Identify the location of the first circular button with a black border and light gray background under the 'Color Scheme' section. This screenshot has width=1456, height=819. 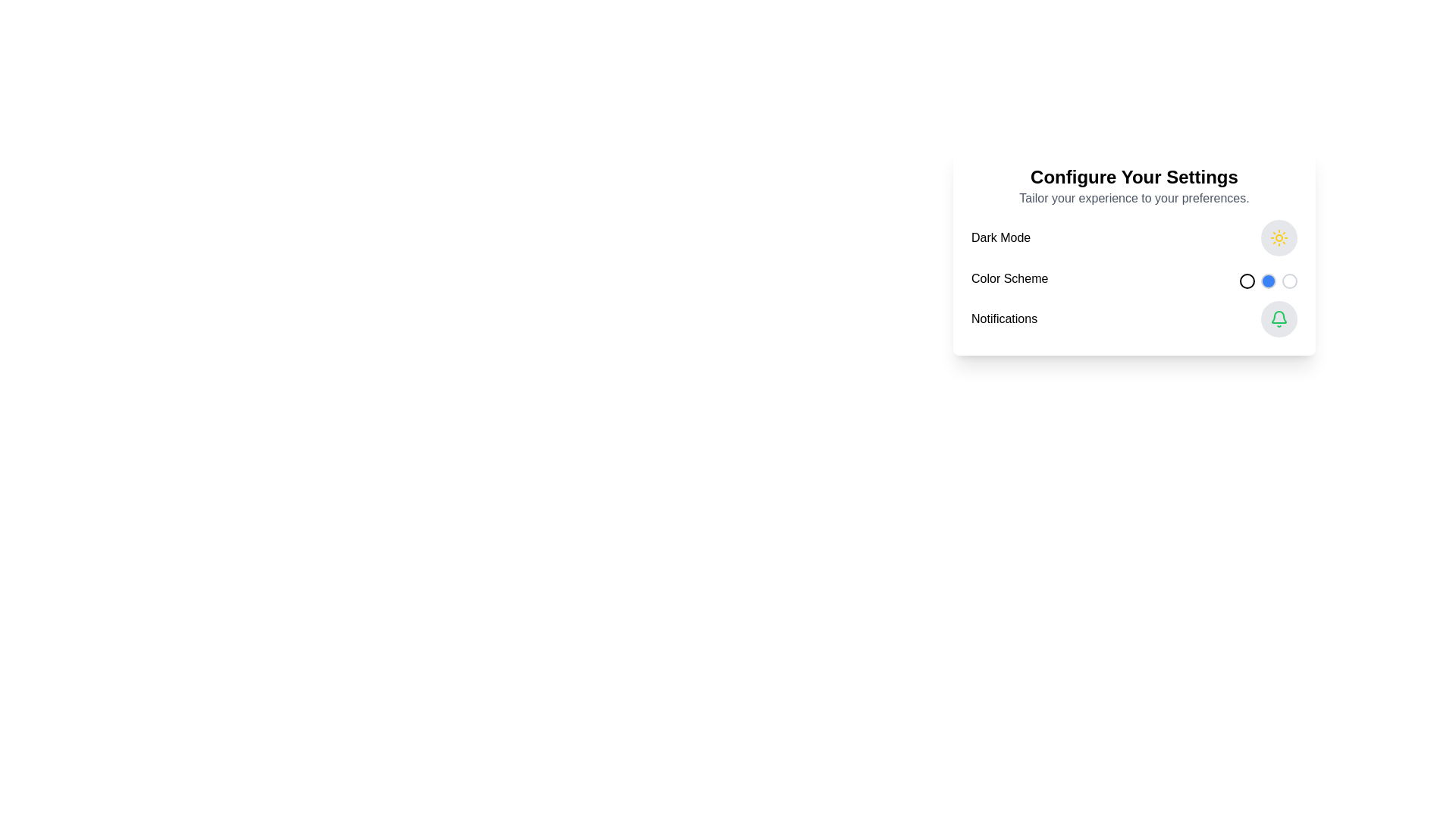
(1247, 281).